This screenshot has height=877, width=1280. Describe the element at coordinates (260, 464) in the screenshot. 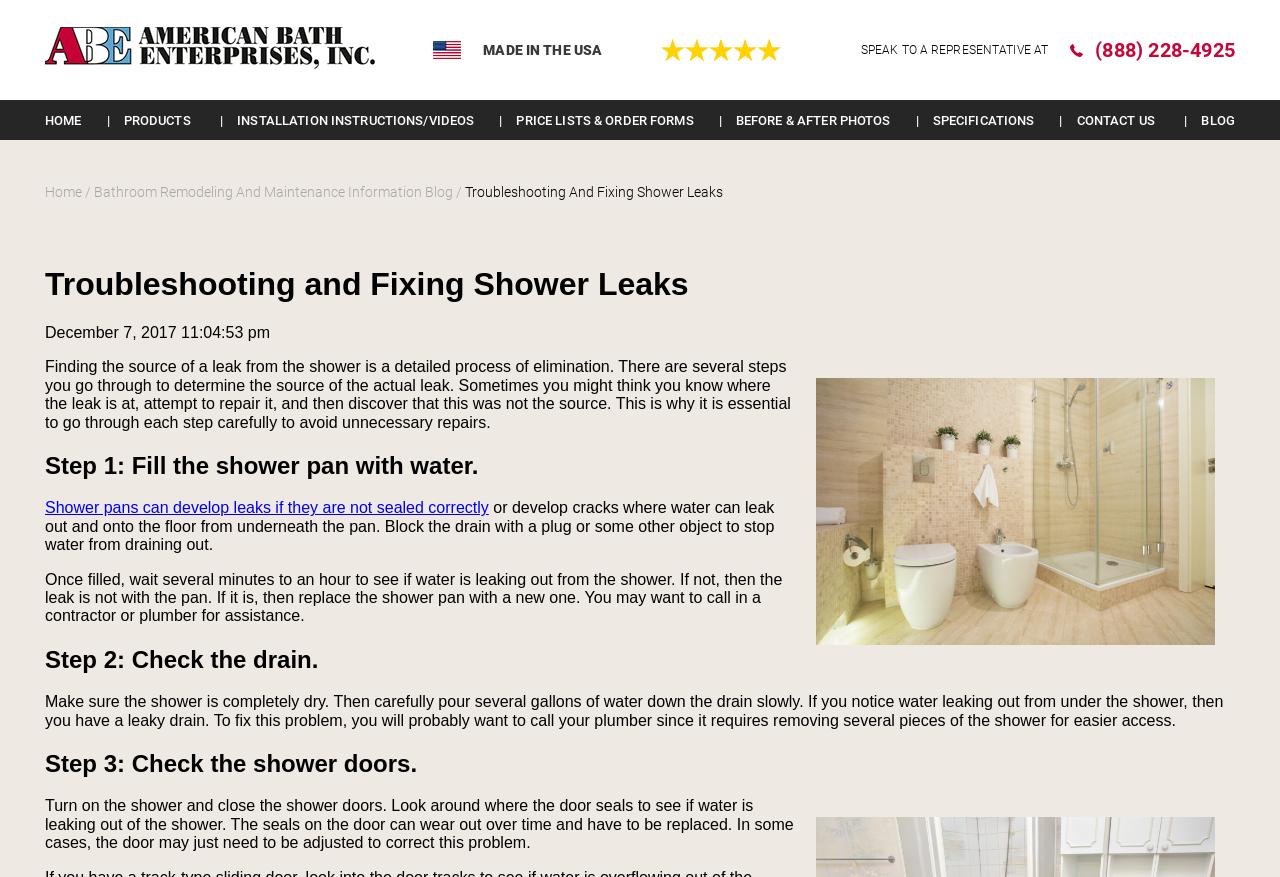

I see `'Step 1: Fill the shower pan with water.'` at that location.